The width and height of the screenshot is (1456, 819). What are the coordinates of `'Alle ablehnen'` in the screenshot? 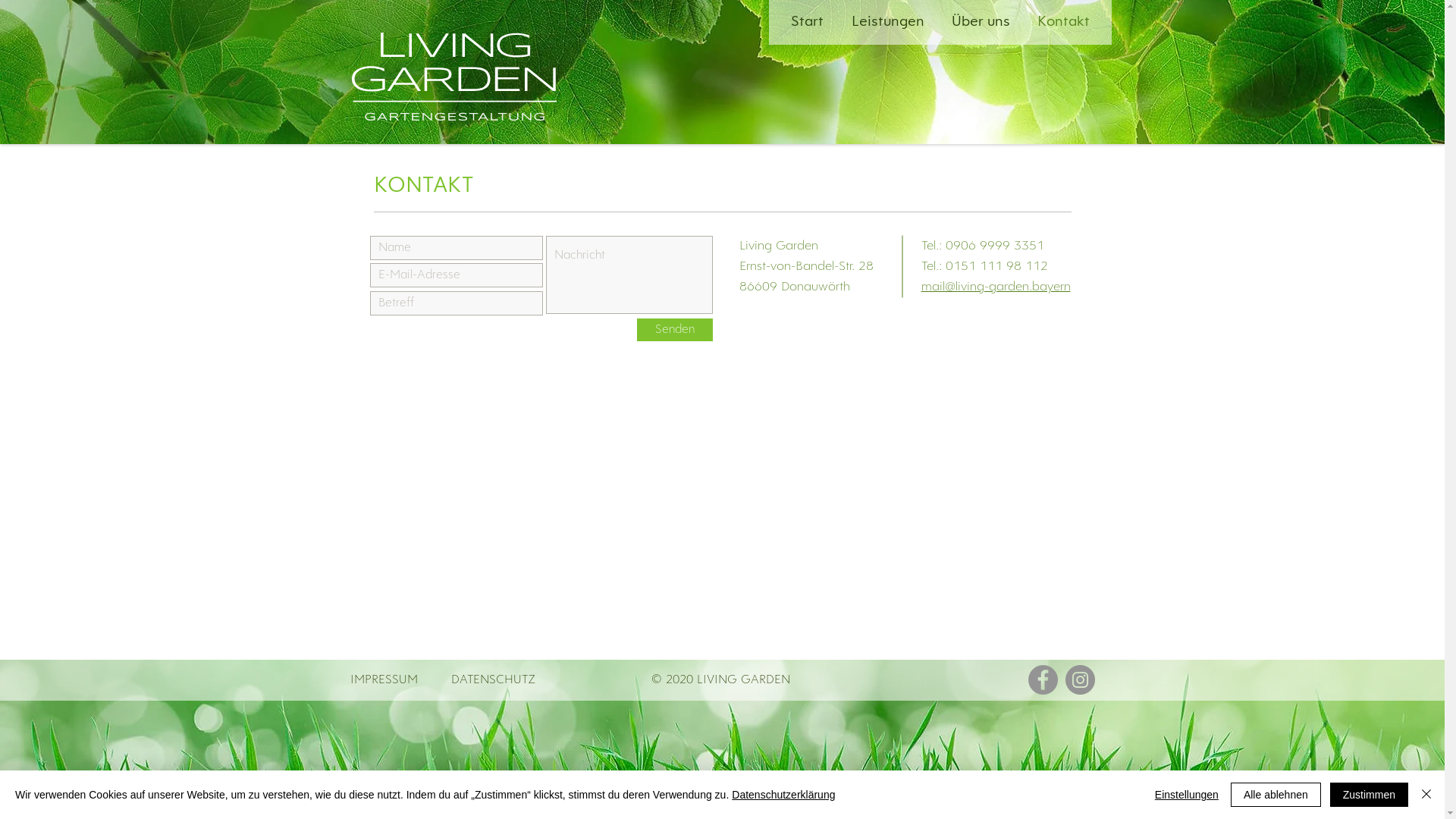 It's located at (1275, 794).